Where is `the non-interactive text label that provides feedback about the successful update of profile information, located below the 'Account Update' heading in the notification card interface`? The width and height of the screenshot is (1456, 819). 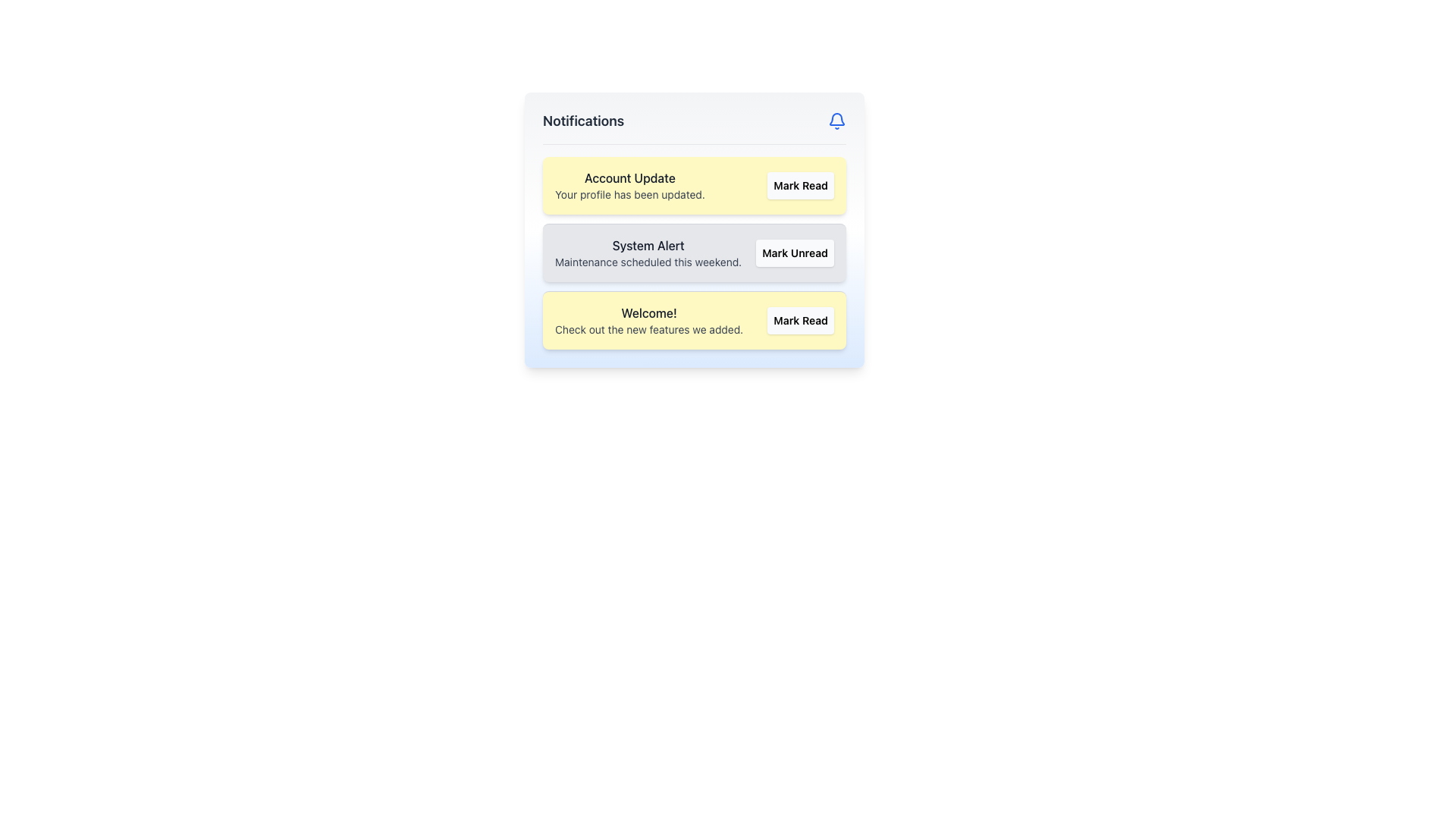
the non-interactive text label that provides feedback about the successful update of profile information, located below the 'Account Update' heading in the notification card interface is located at coordinates (629, 194).